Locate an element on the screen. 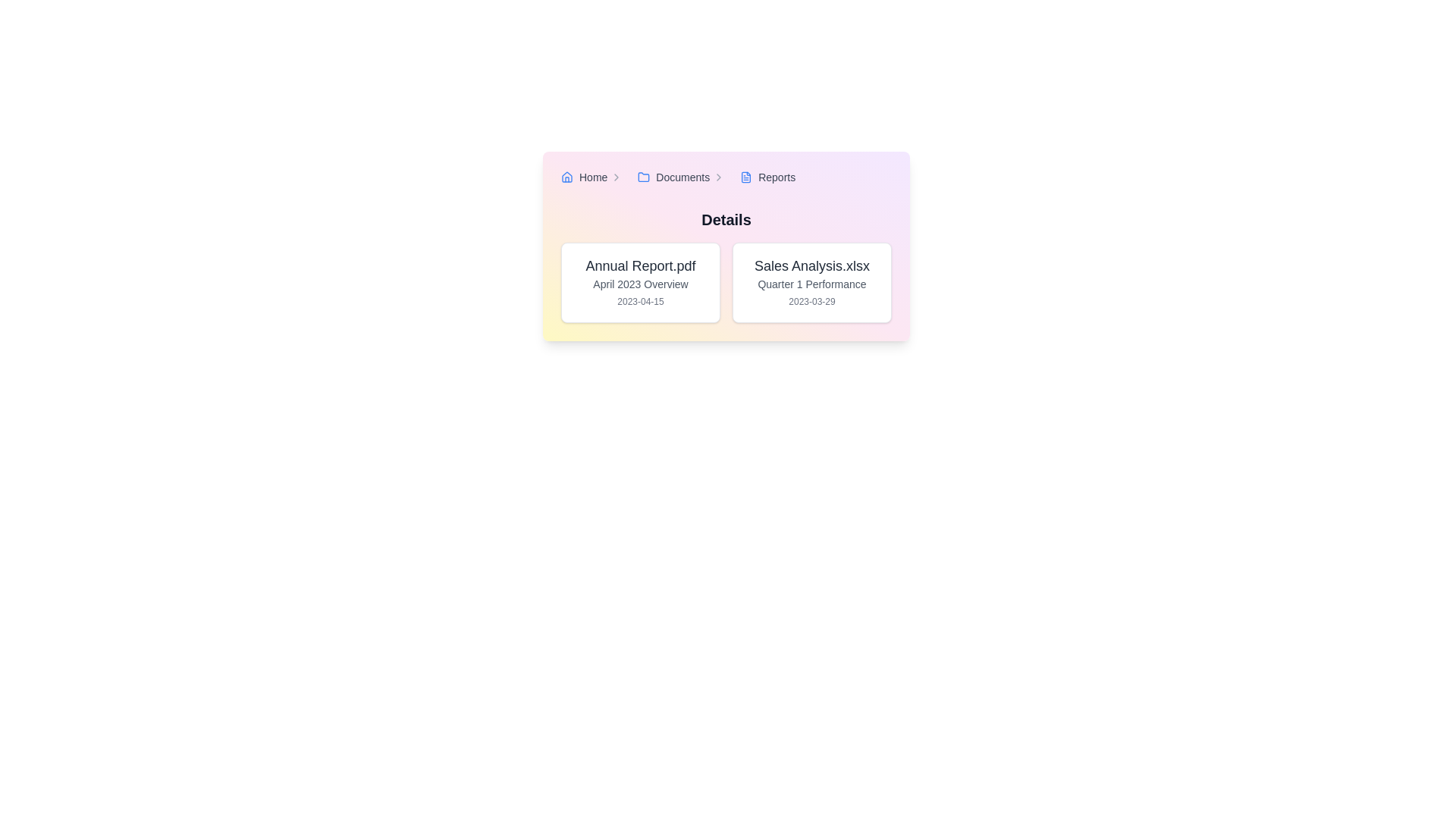 The width and height of the screenshot is (1456, 819). the static text element displaying the name 'Sales Analysis.xlsx' located in the upper-right section of the interface is located at coordinates (811, 265).